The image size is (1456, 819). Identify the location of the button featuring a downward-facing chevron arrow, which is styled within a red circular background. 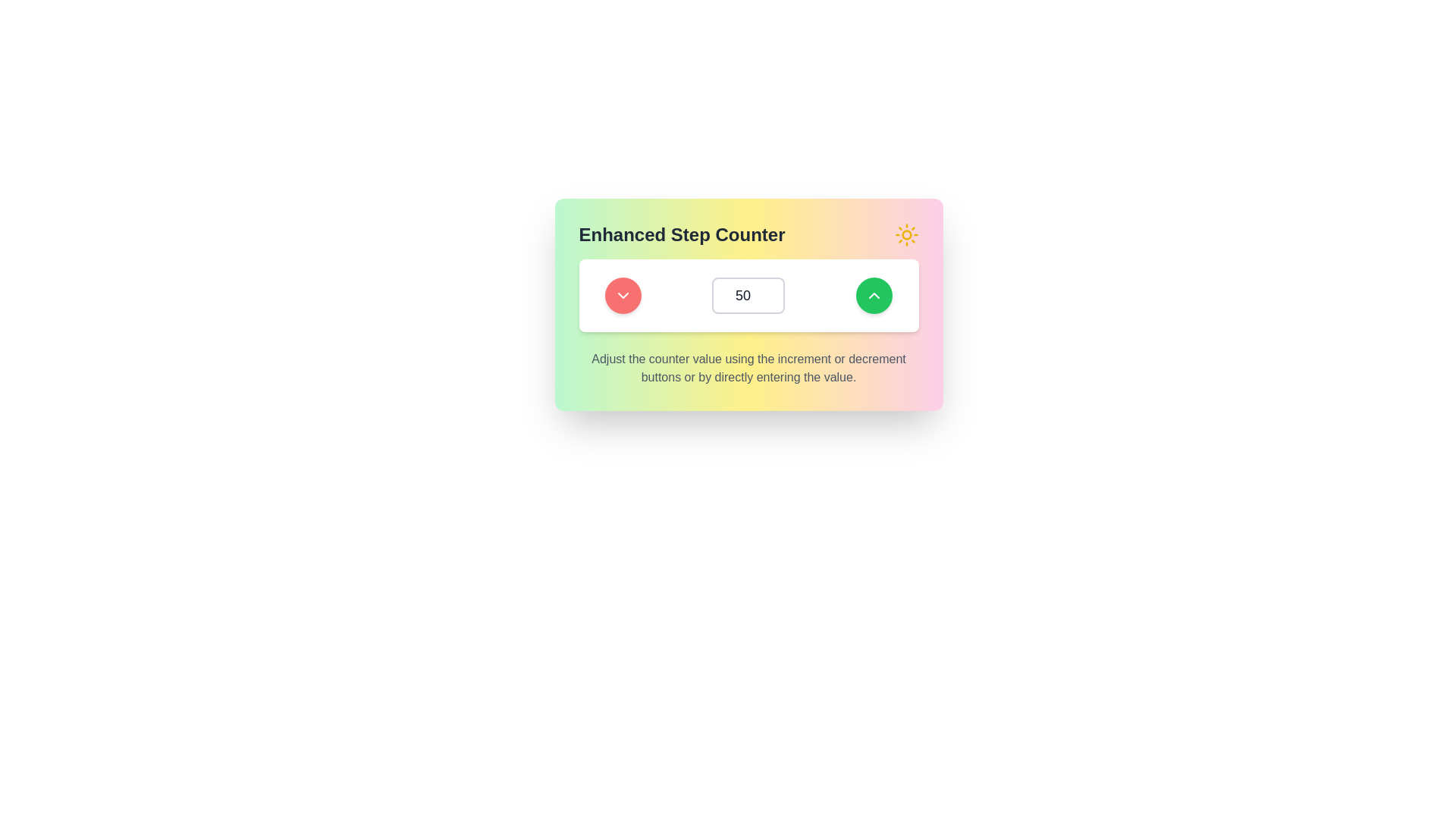
(623, 295).